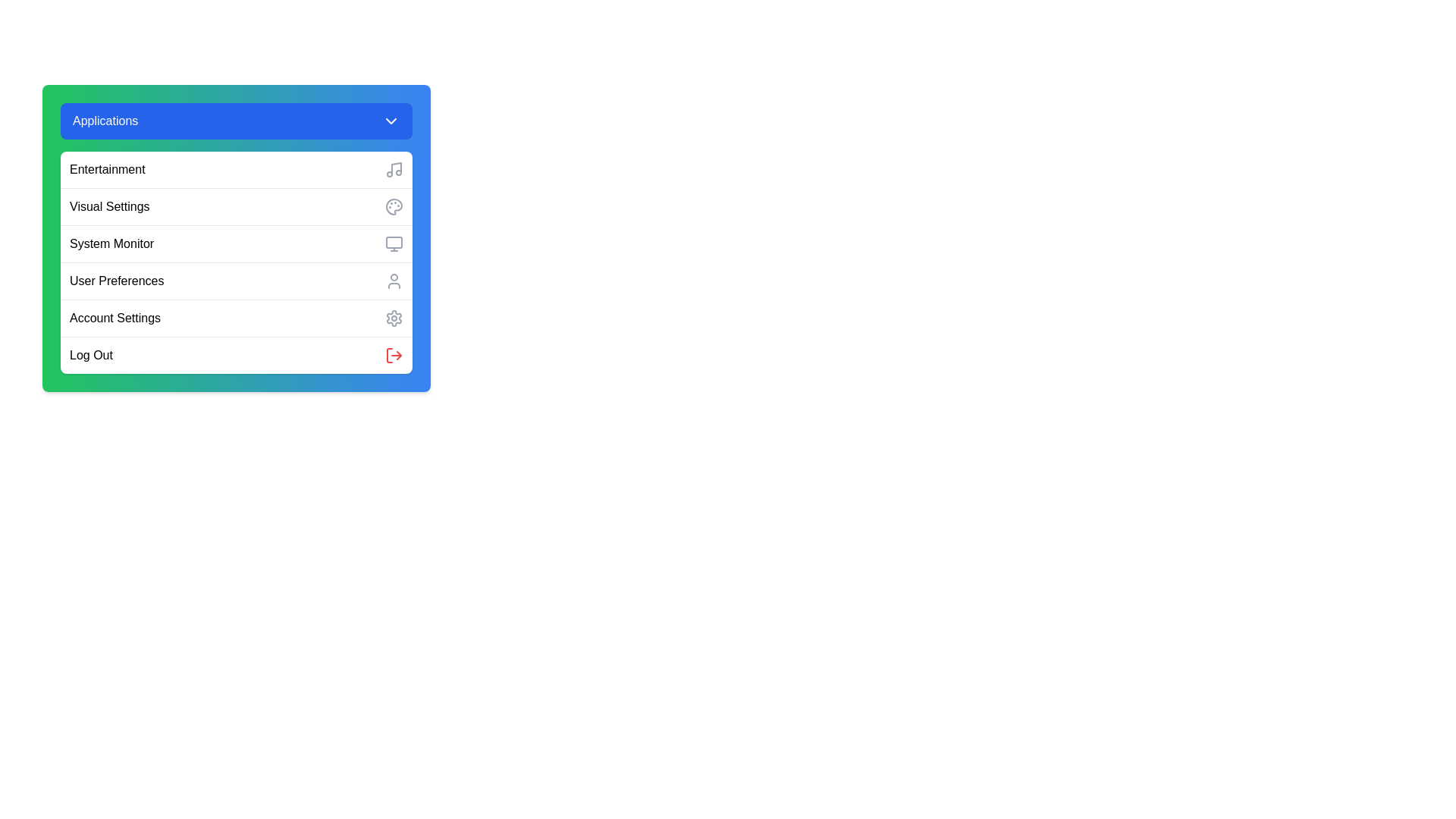  Describe the element at coordinates (236, 169) in the screenshot. I see `the menu item Entertainment to observe the interaction effect` at that location.